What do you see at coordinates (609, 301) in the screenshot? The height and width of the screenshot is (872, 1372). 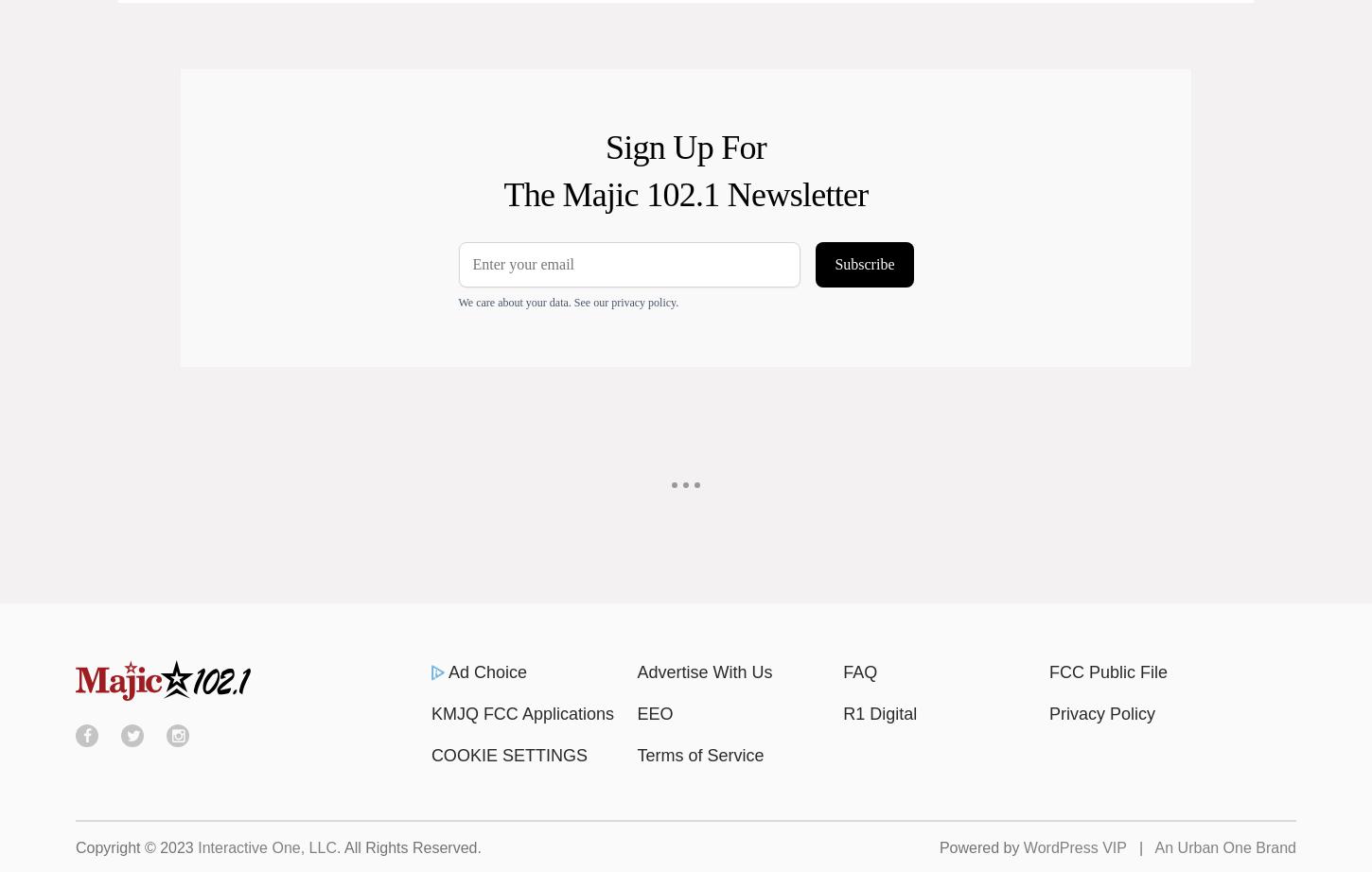 I see `'privacy policy'` at bounding box center [609, 301].